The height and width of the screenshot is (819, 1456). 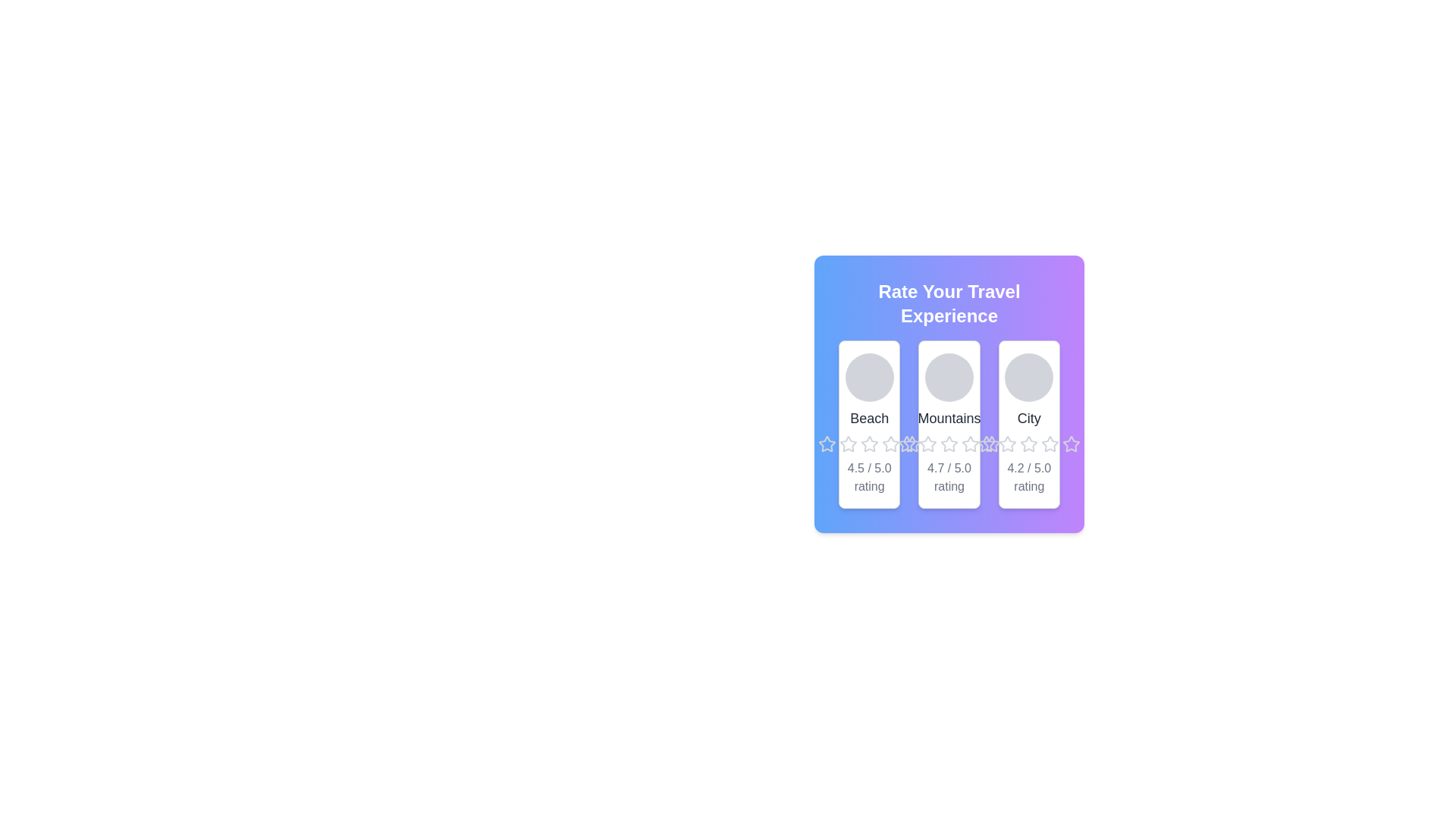 What do you see at coordinates (847, 444) in the screenshot?
I see `the first star in the rating system for the 'Beach' experience` at bounding box center [847, 444].